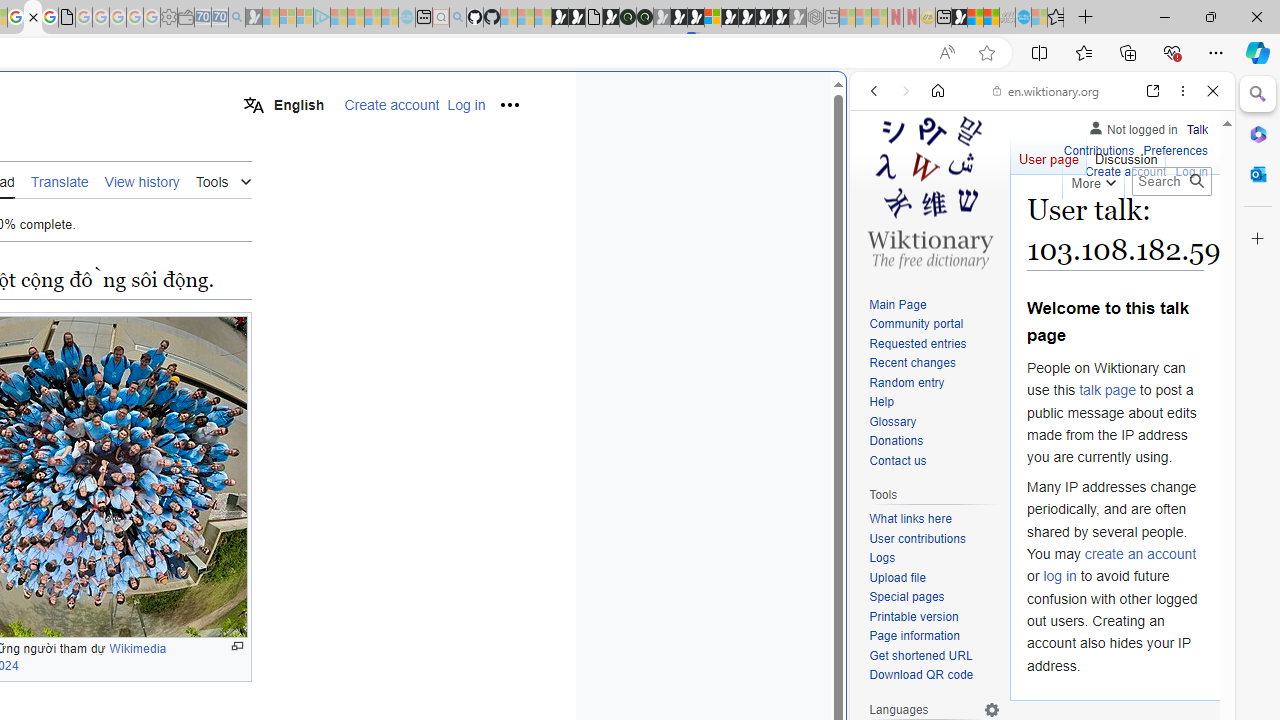 This screenshot has height=720, width=1280. What do you see at coordinates (896, 460) in the screenshot?
I see `'Contact us'` at bounding box center [896, 460].